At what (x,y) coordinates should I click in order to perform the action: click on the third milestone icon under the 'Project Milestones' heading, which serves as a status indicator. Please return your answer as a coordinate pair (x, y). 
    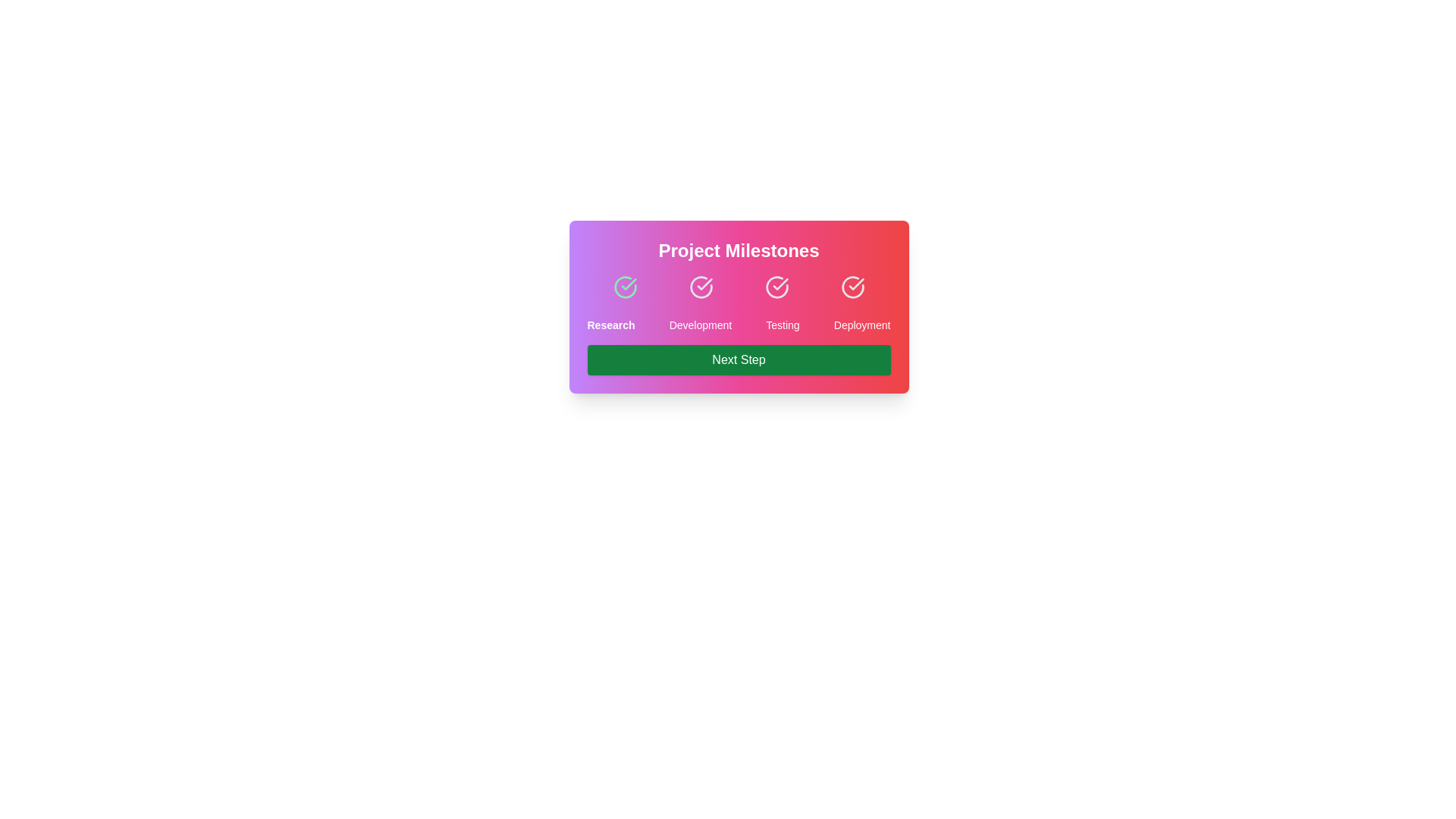
    Looking at the image, I should click on (777, 287).